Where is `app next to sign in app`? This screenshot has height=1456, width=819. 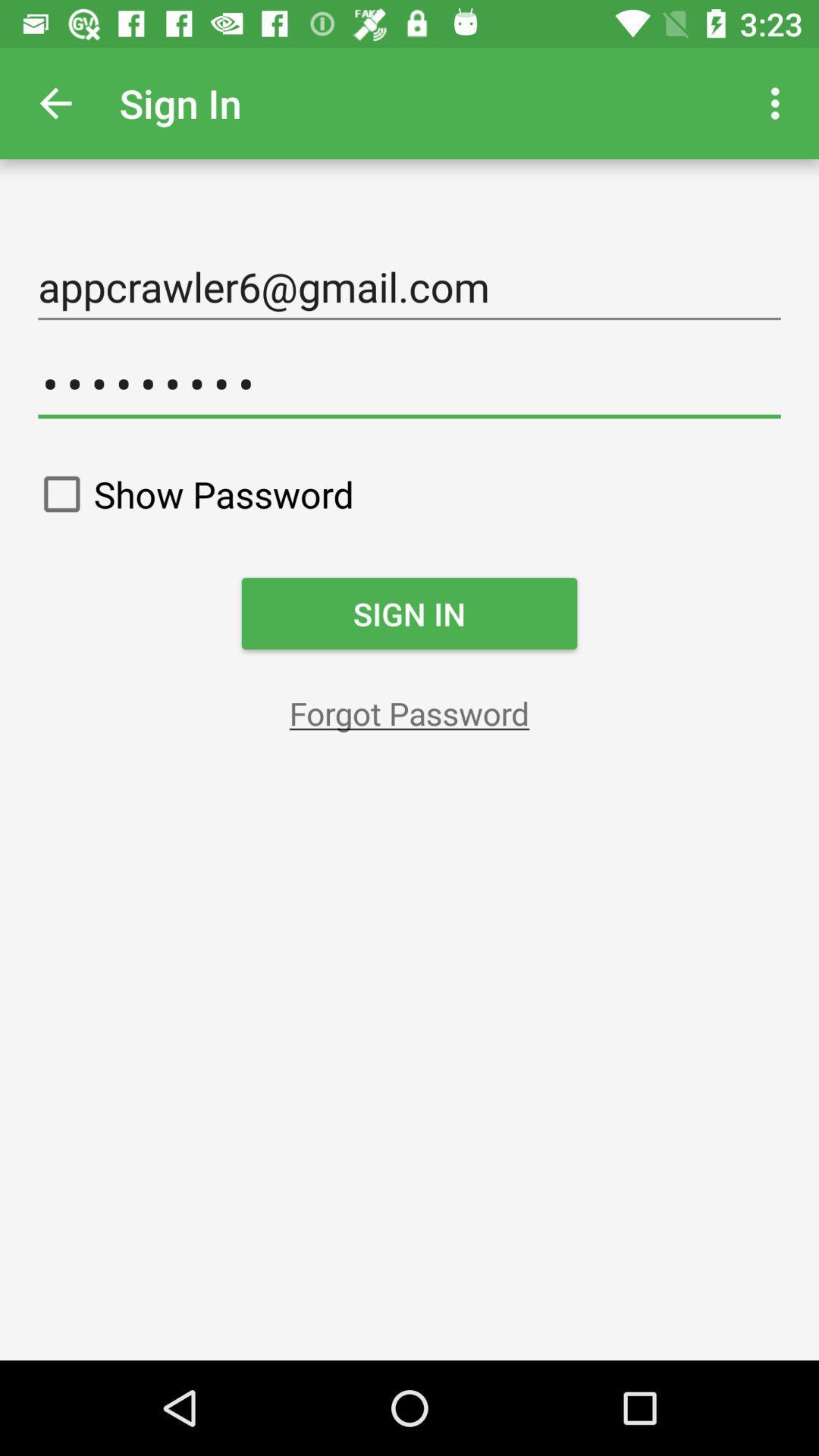
app next to sign in app is located at coordinates (55, 102).